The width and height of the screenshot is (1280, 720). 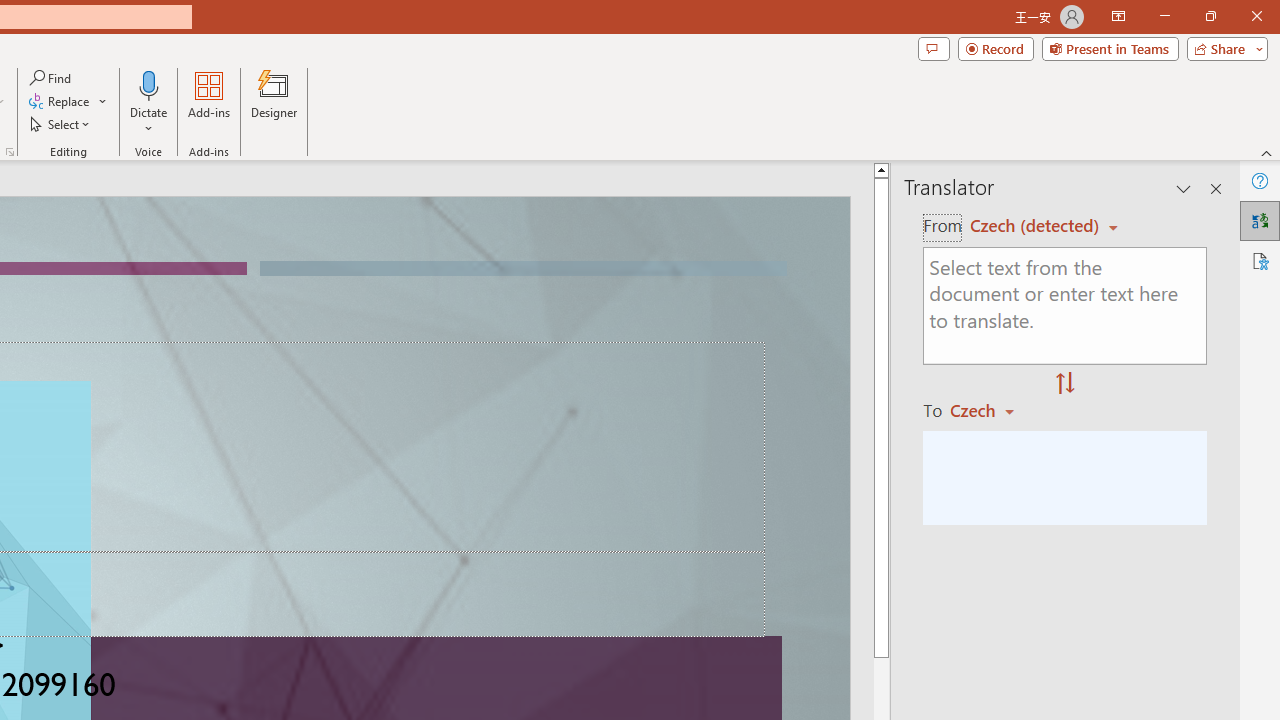 What do you see at coordinates (1064, 384) in the screenshot?
I see `'Swap "from" and "to" languages.'` at bounding box center [1064, 384].